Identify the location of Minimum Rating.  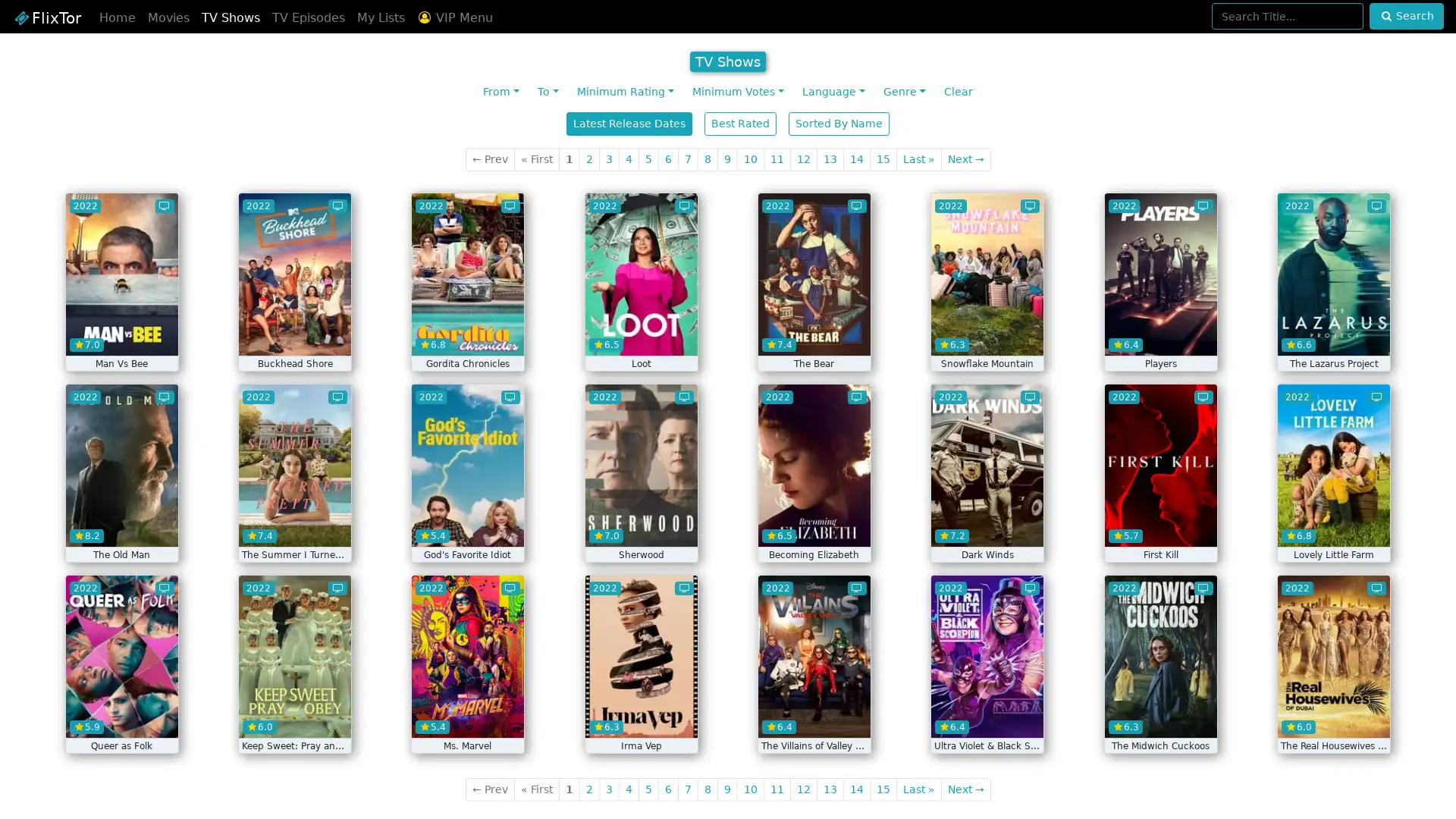
(626, 92).